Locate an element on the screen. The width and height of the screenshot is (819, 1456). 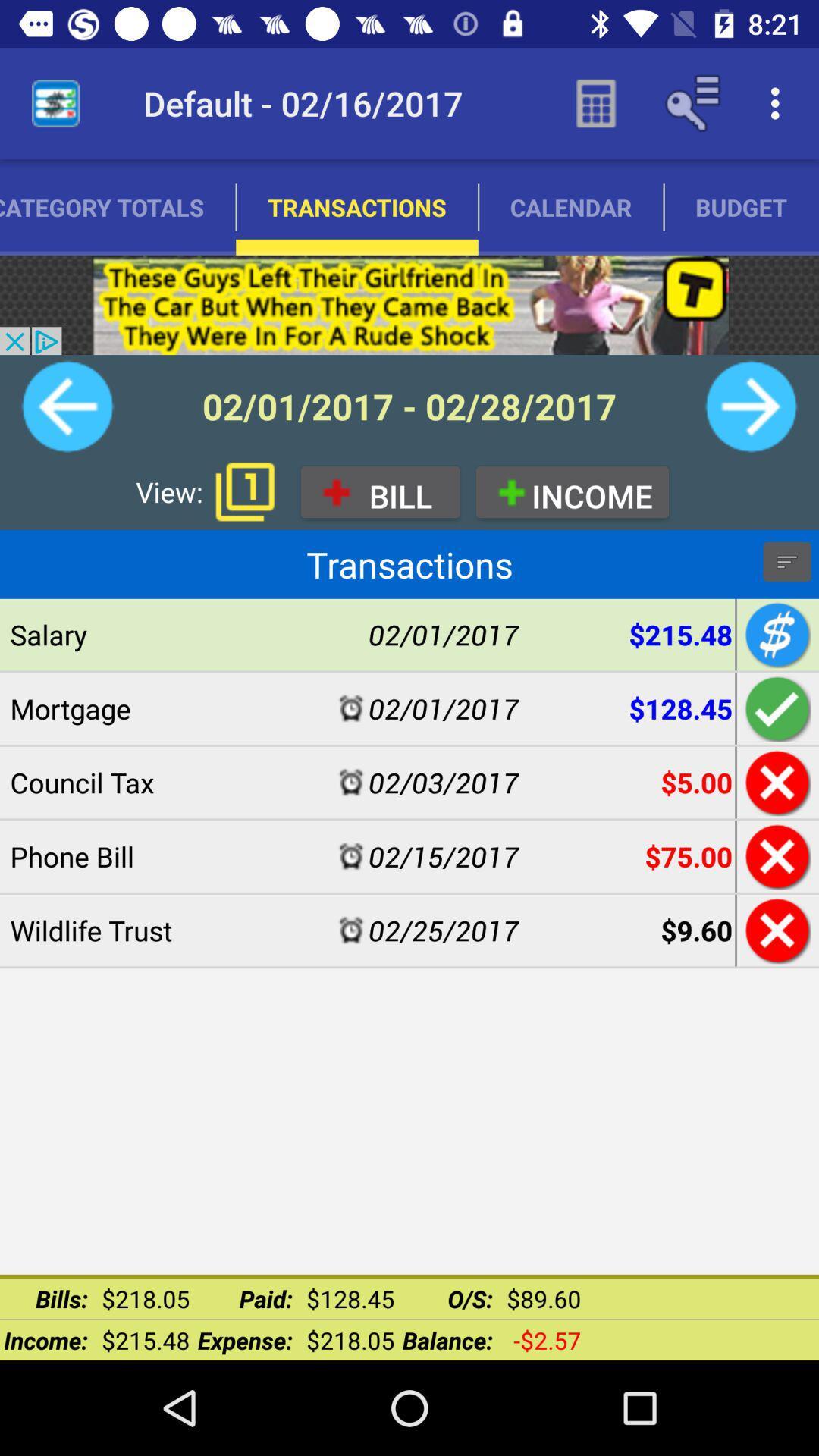
cancel is located at coordinates (775, 783).